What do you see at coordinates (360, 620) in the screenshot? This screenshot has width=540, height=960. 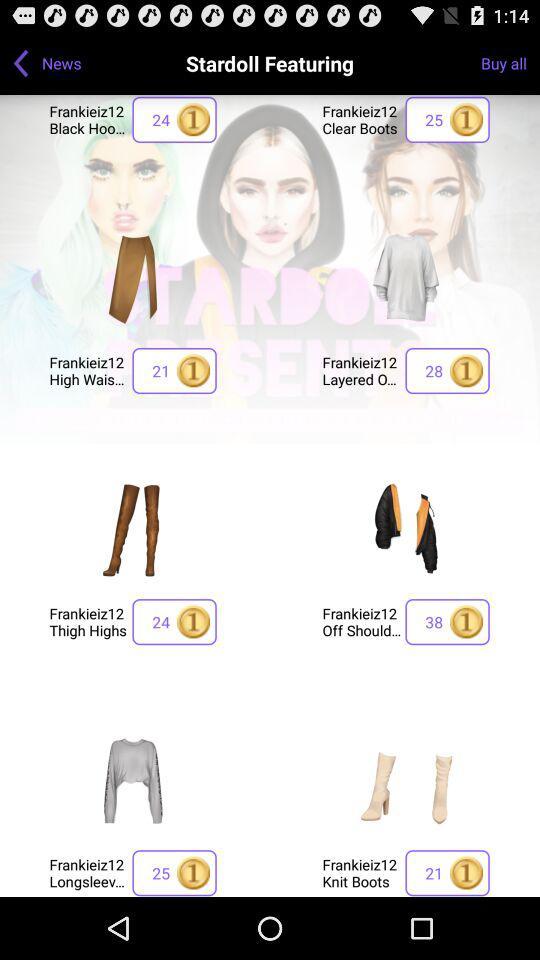 I see `frankieiz12 off shoulder icon` at bounding box center [360, 620].